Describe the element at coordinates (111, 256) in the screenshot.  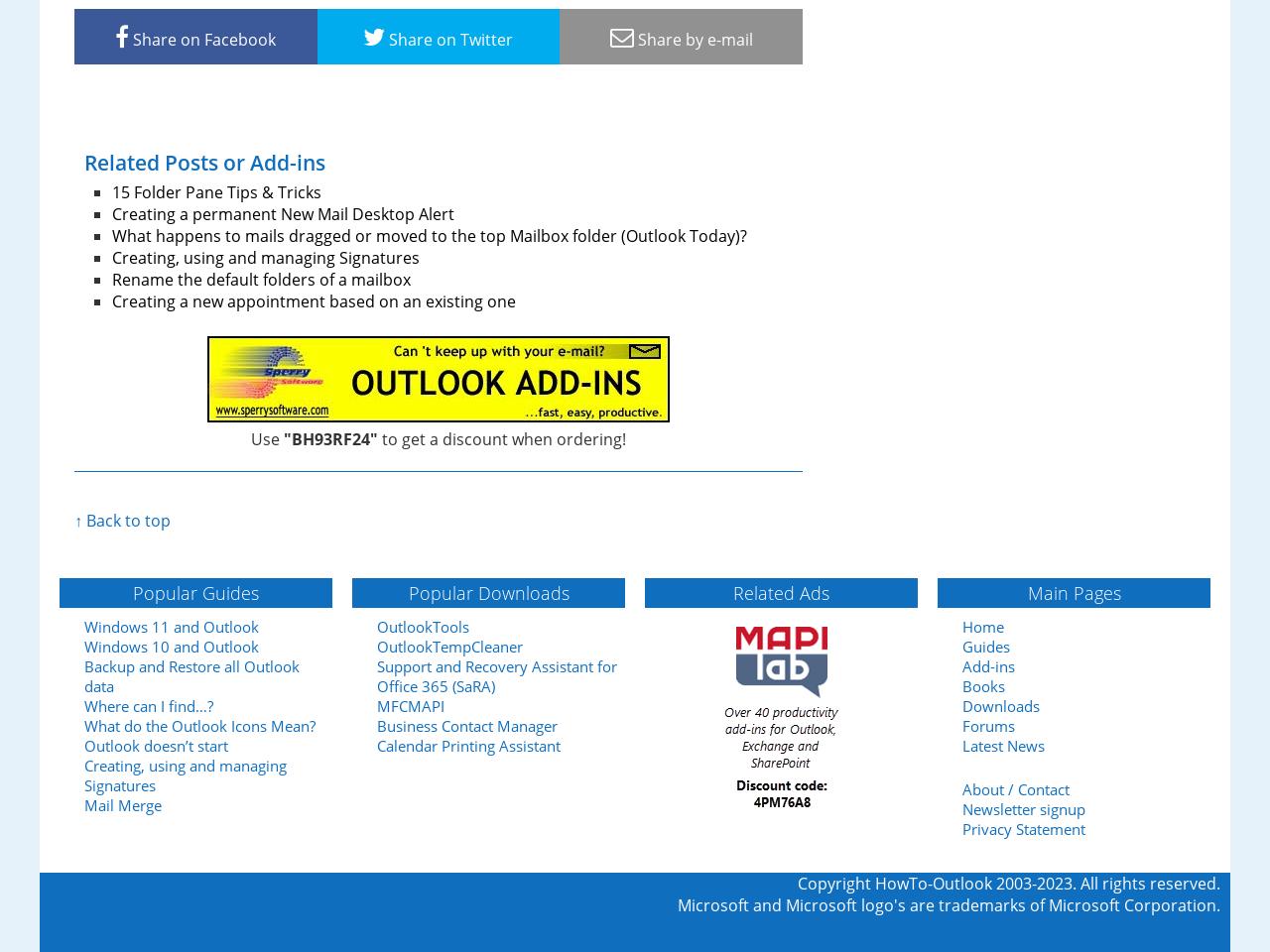
I see `'Creating, using and managing Signatures'` at that location.